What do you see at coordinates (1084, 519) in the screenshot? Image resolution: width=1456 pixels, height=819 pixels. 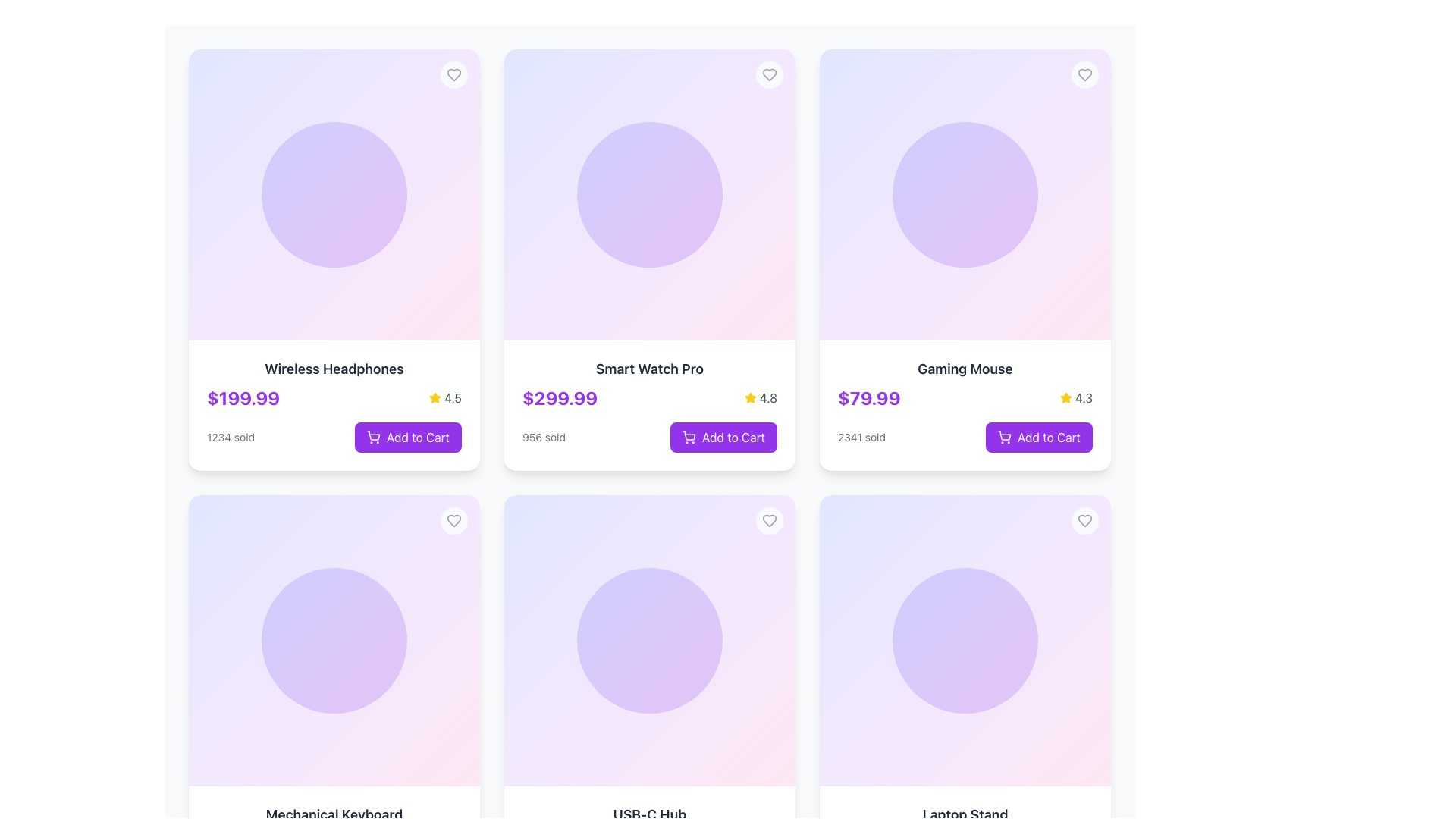 I see `the heart-shaped icon located at the top-right corner of the 'Gaming Mouse' product card` at bounding box center [1084, 519].